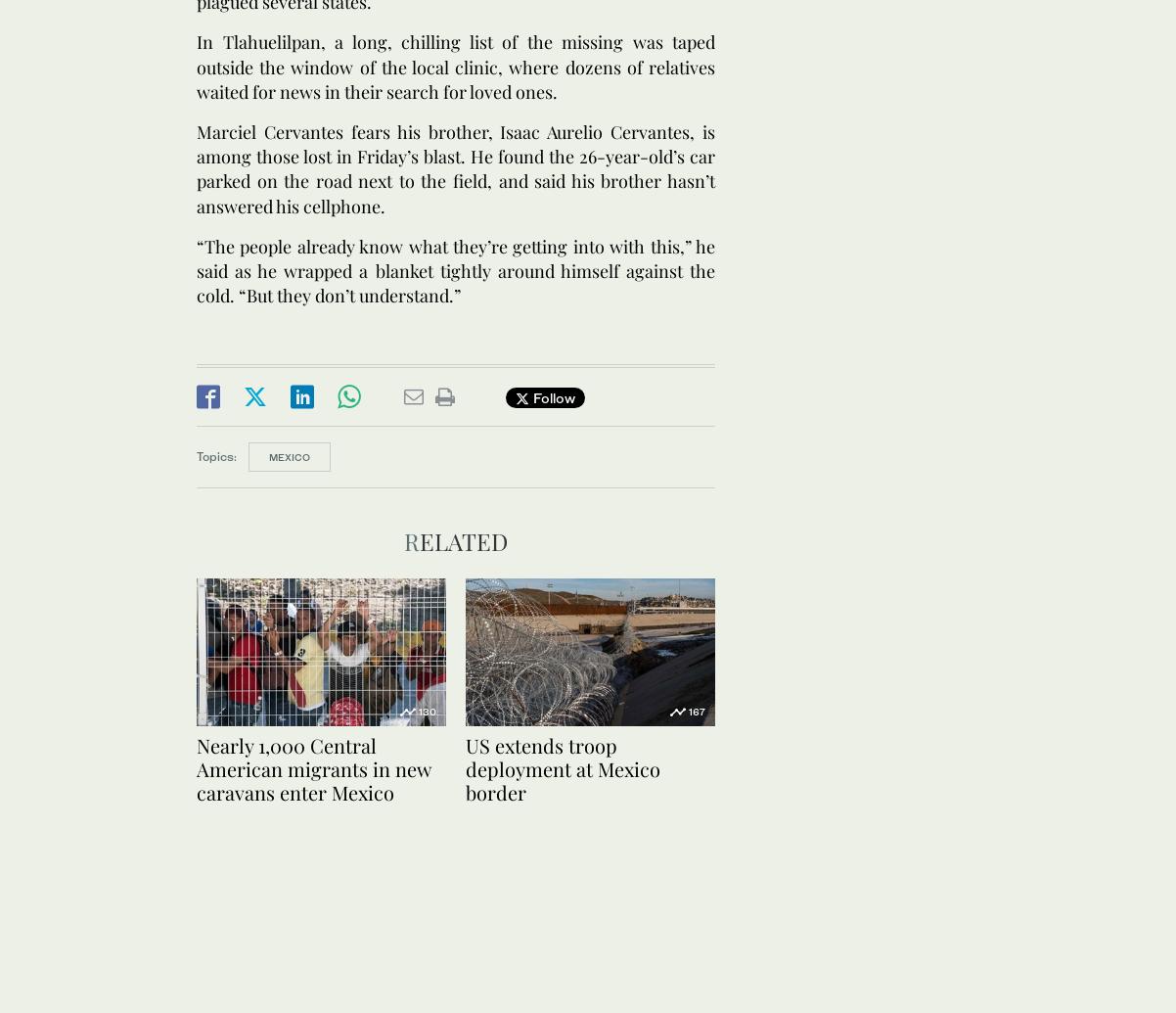  Describe the element at coordinates (562, 766) in the screenshot. I see `'US extends troop deployment at Mexico border'` at that location.